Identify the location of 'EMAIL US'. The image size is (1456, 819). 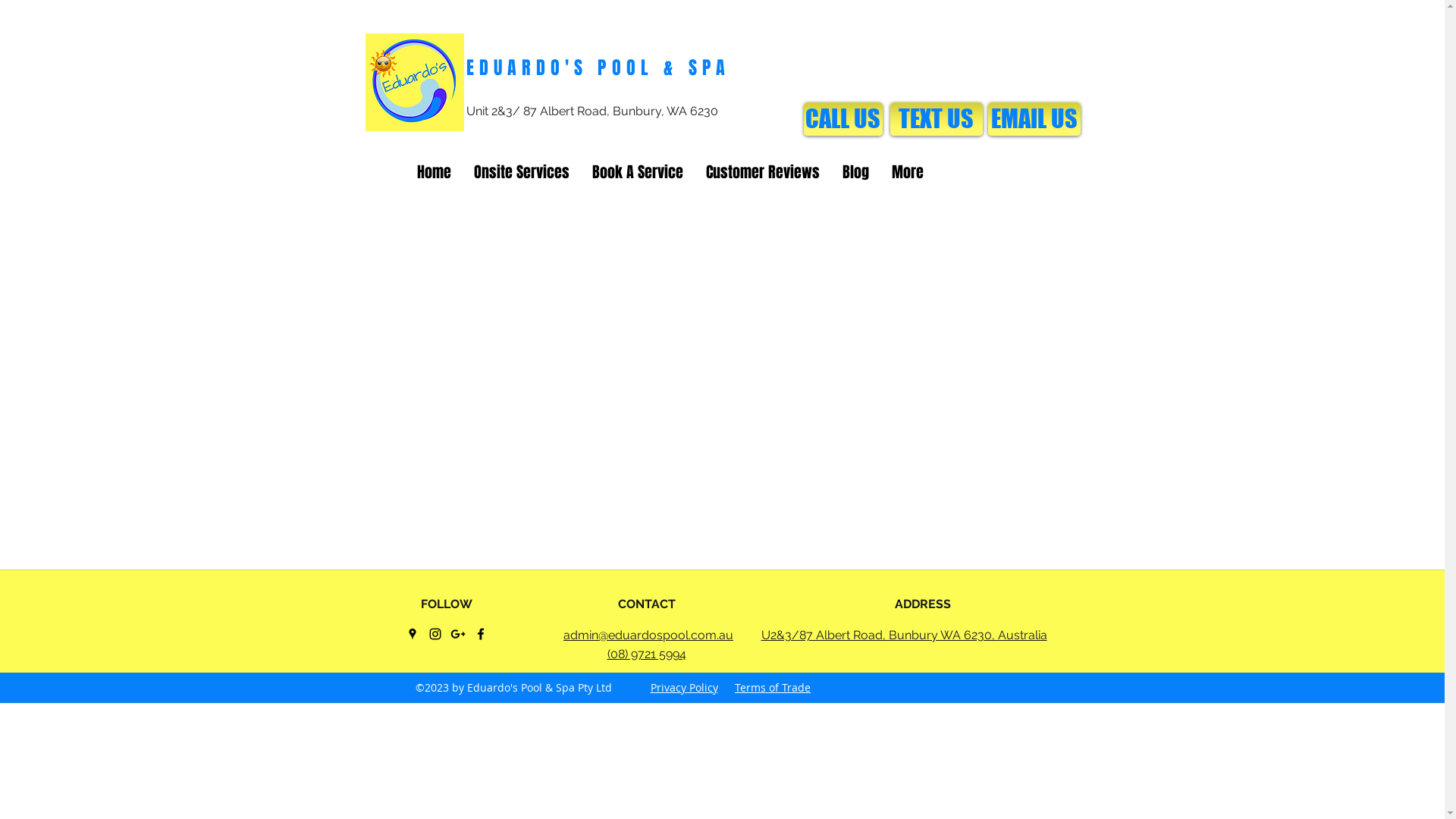
(987, 118).